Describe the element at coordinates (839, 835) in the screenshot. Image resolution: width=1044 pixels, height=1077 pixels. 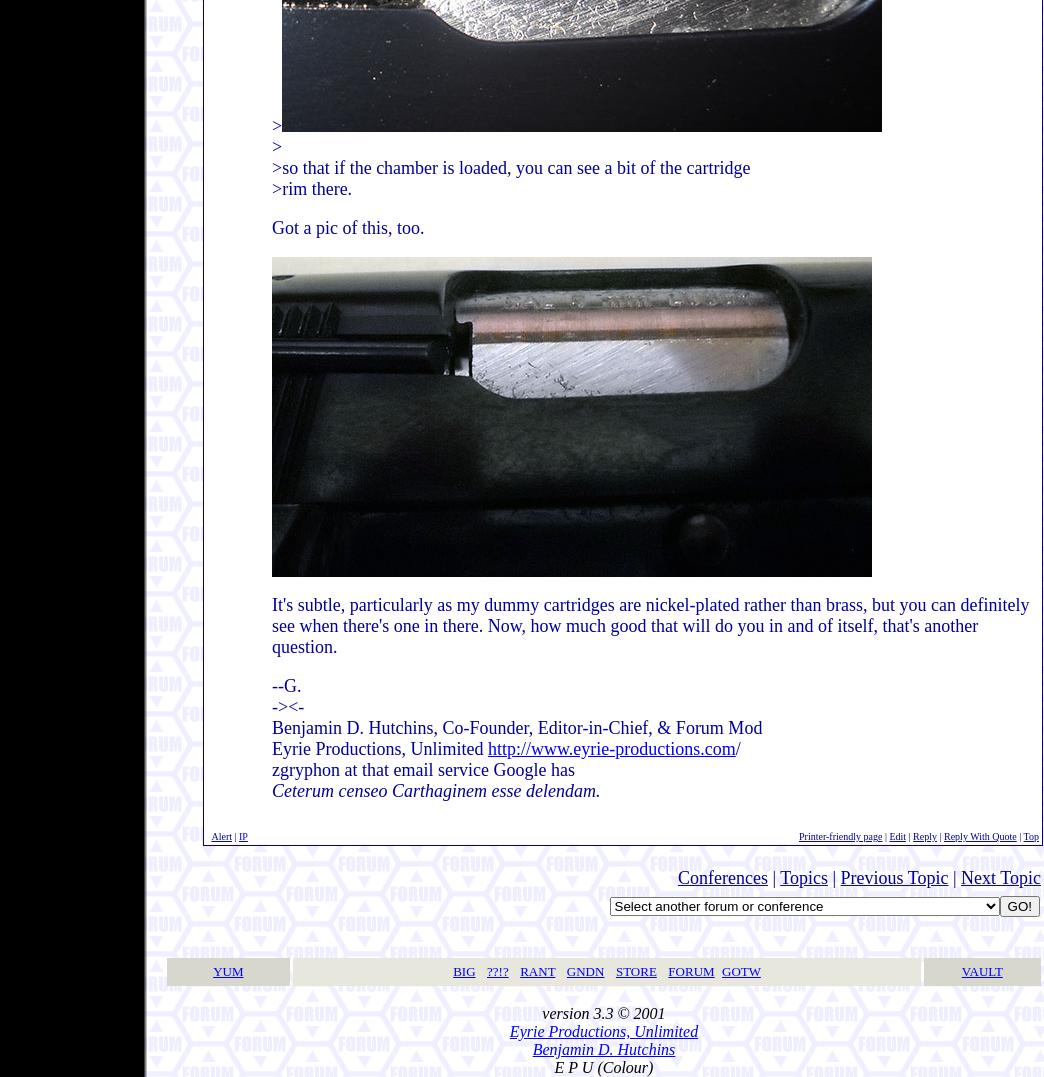
I see `'Printer-friendly page'` at that location.